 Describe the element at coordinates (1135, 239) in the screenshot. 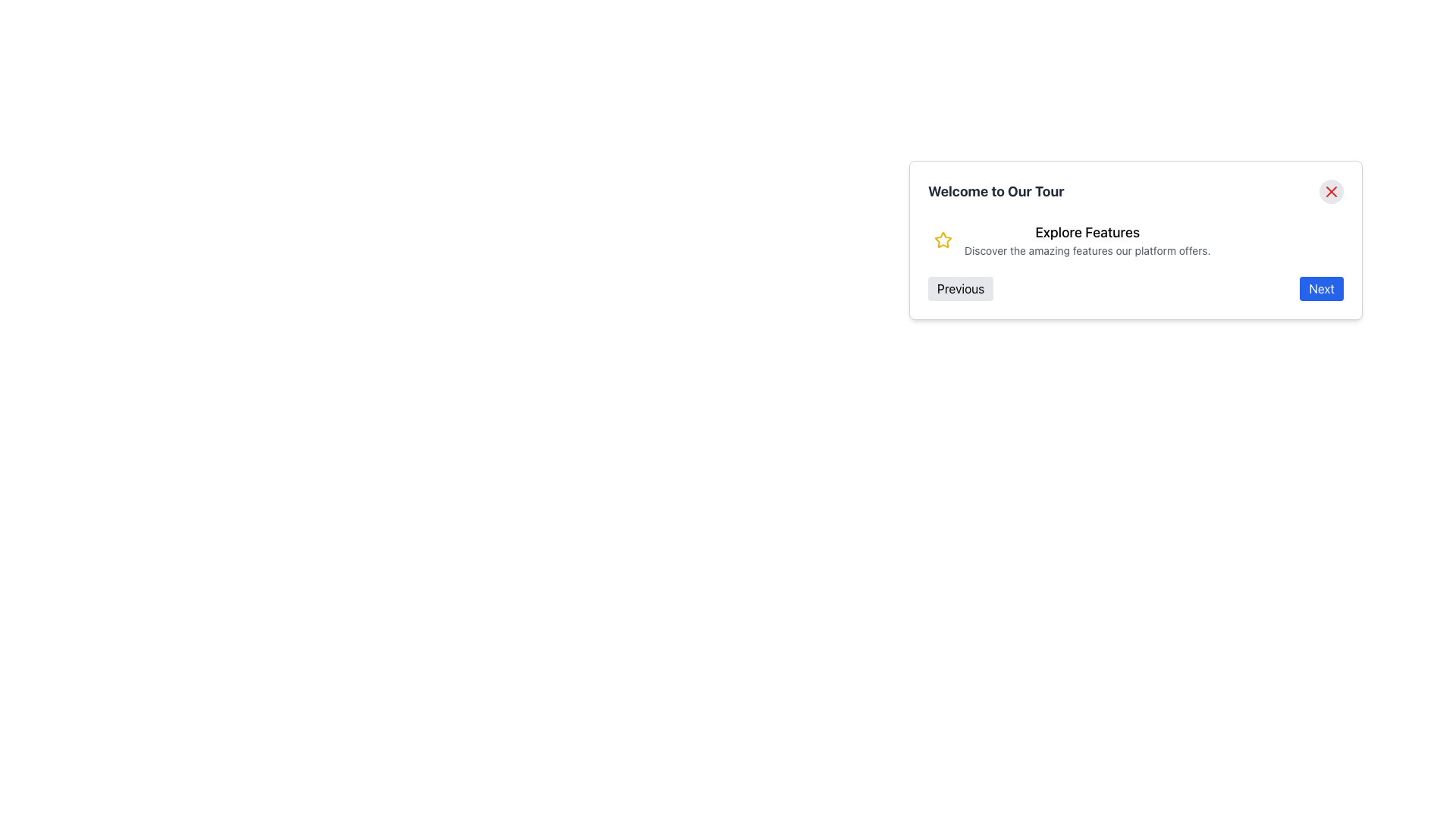

I see `the modal content block, which features a bold header 'Welcome to Our Tour', an icon and description 'Explore Features', and navigation buttons 'Previous' and 'Next'` at that location.